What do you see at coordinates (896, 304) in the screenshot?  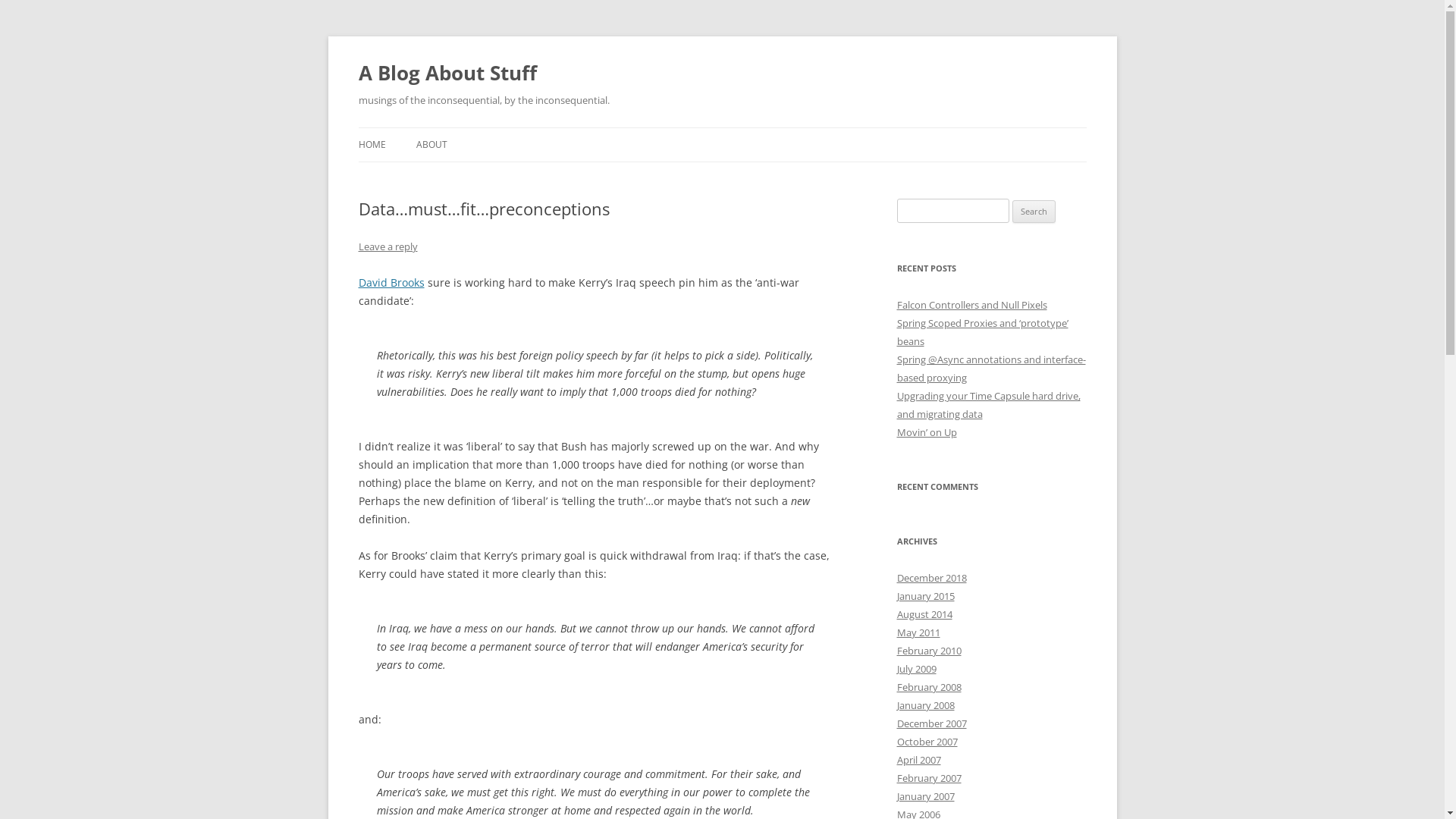 I see `'Falcon Controllers and Null Pixels'` at bounding box center [896, 304].